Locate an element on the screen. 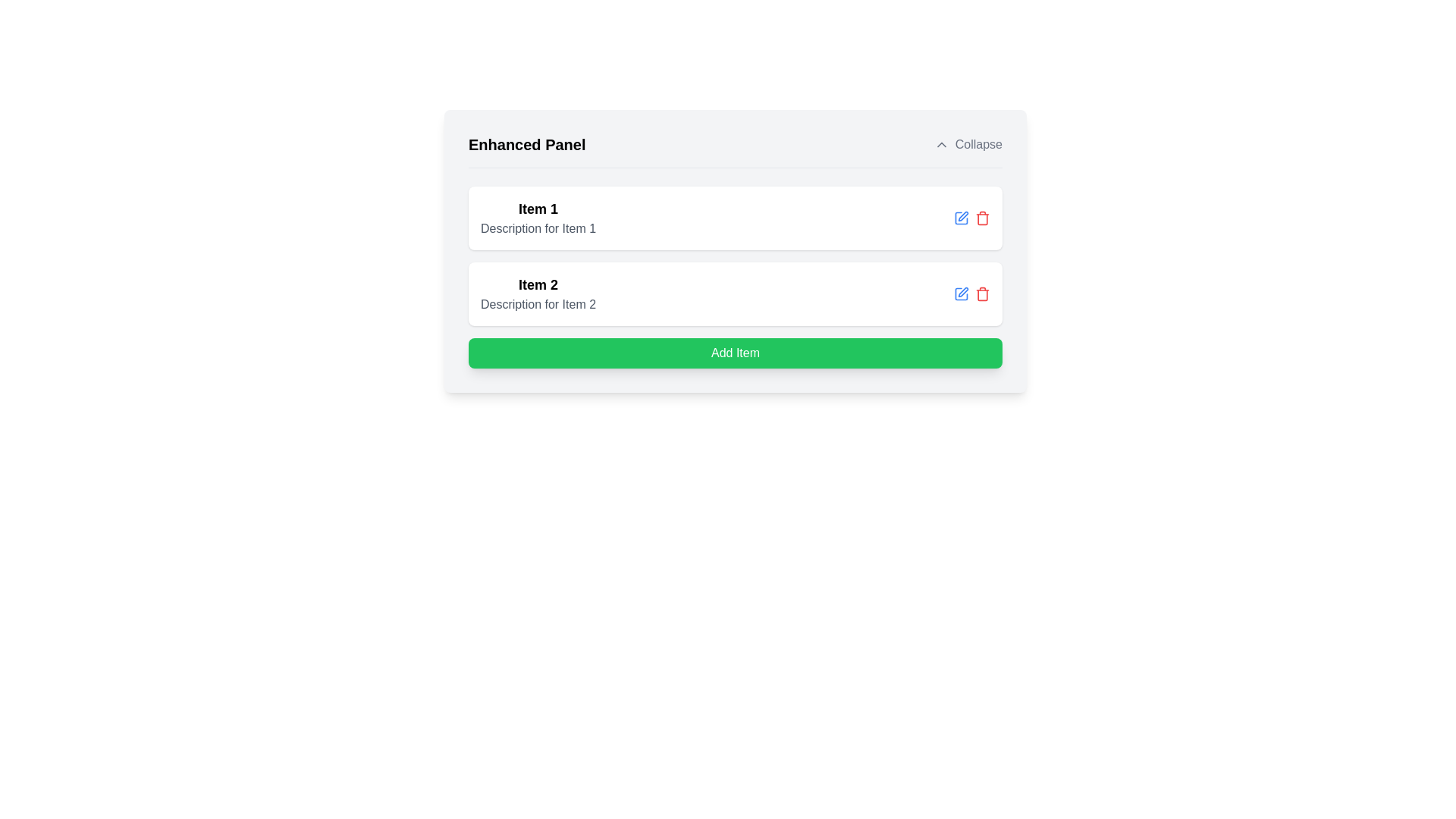  the delete button (trash icon) located to the right of the blue edit pen icon is located at coordinates (983, 294).